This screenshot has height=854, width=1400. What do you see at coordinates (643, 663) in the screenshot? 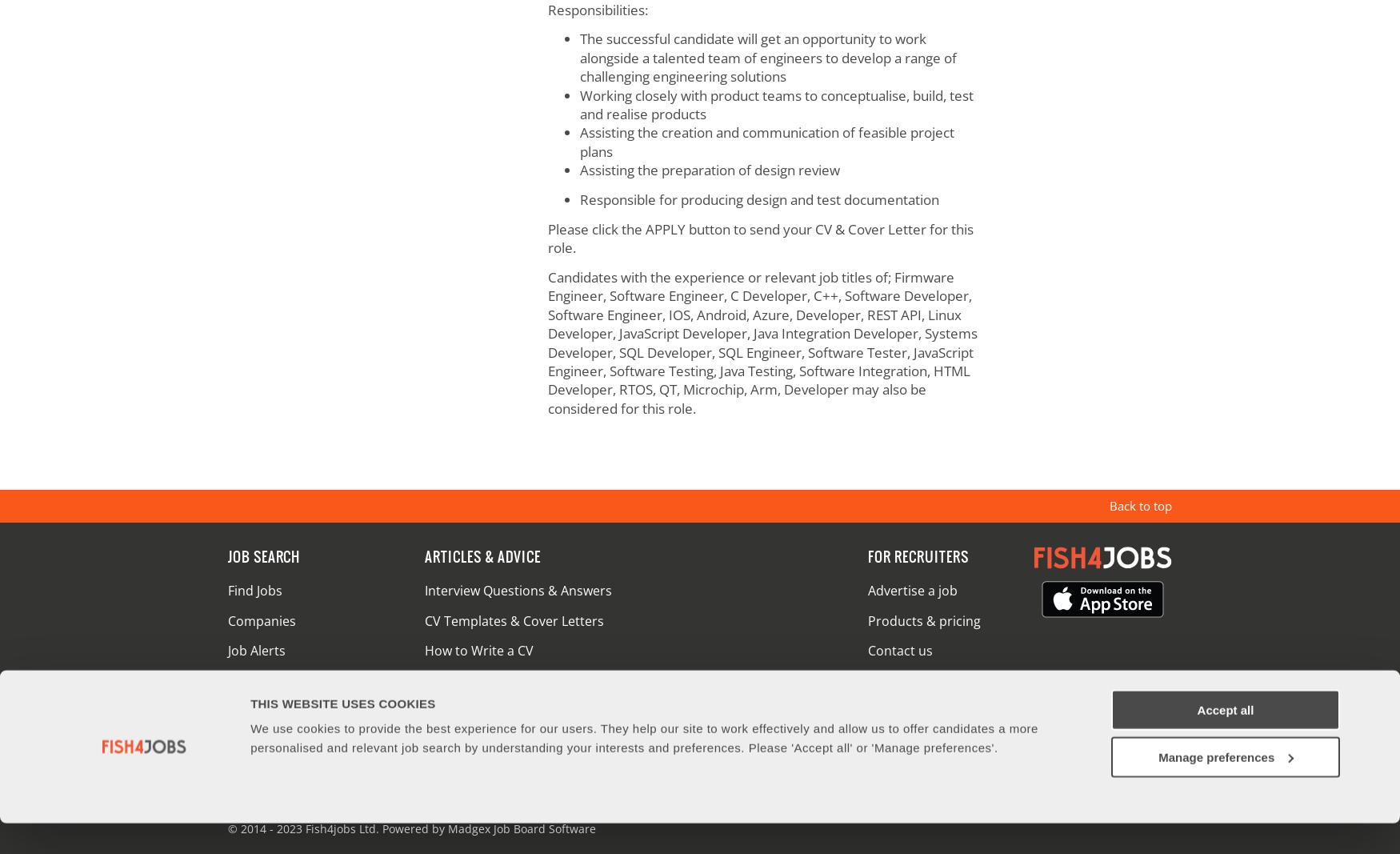
I see `'We use cookies to provide the best experience for our users. They help our site to work effectively and allow us to offer candidates a more personalised and relevant job search by understanding your interests and preferences. Please 'Accept all' or 'Manage preferences'.'` at bounding box center [643, 663].